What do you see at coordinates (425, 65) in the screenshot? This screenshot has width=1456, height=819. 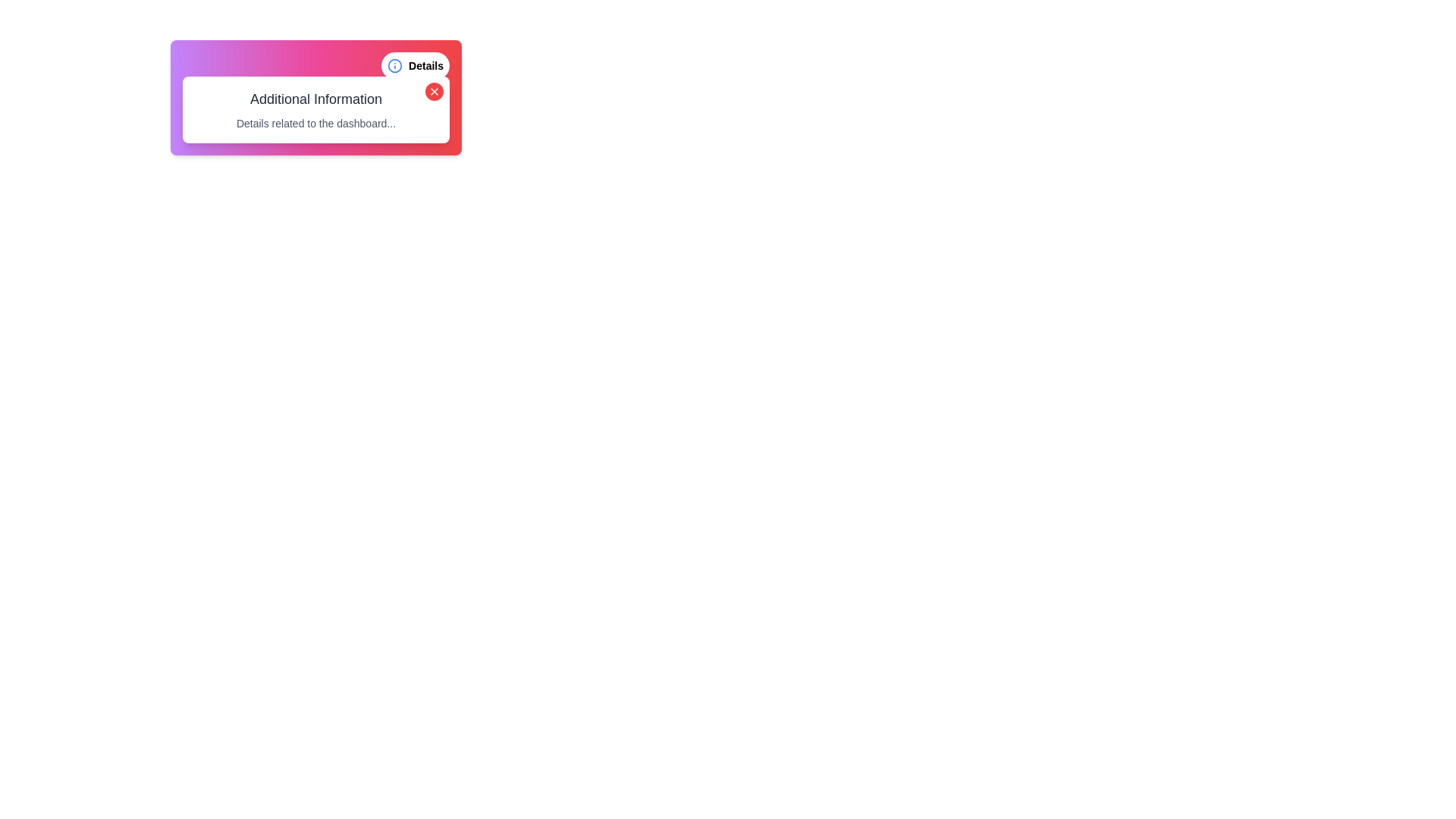 I see `the 'Details' text label located to the right of the informational icon in the top-right corner of the interface` at bounding box center [425, 65].